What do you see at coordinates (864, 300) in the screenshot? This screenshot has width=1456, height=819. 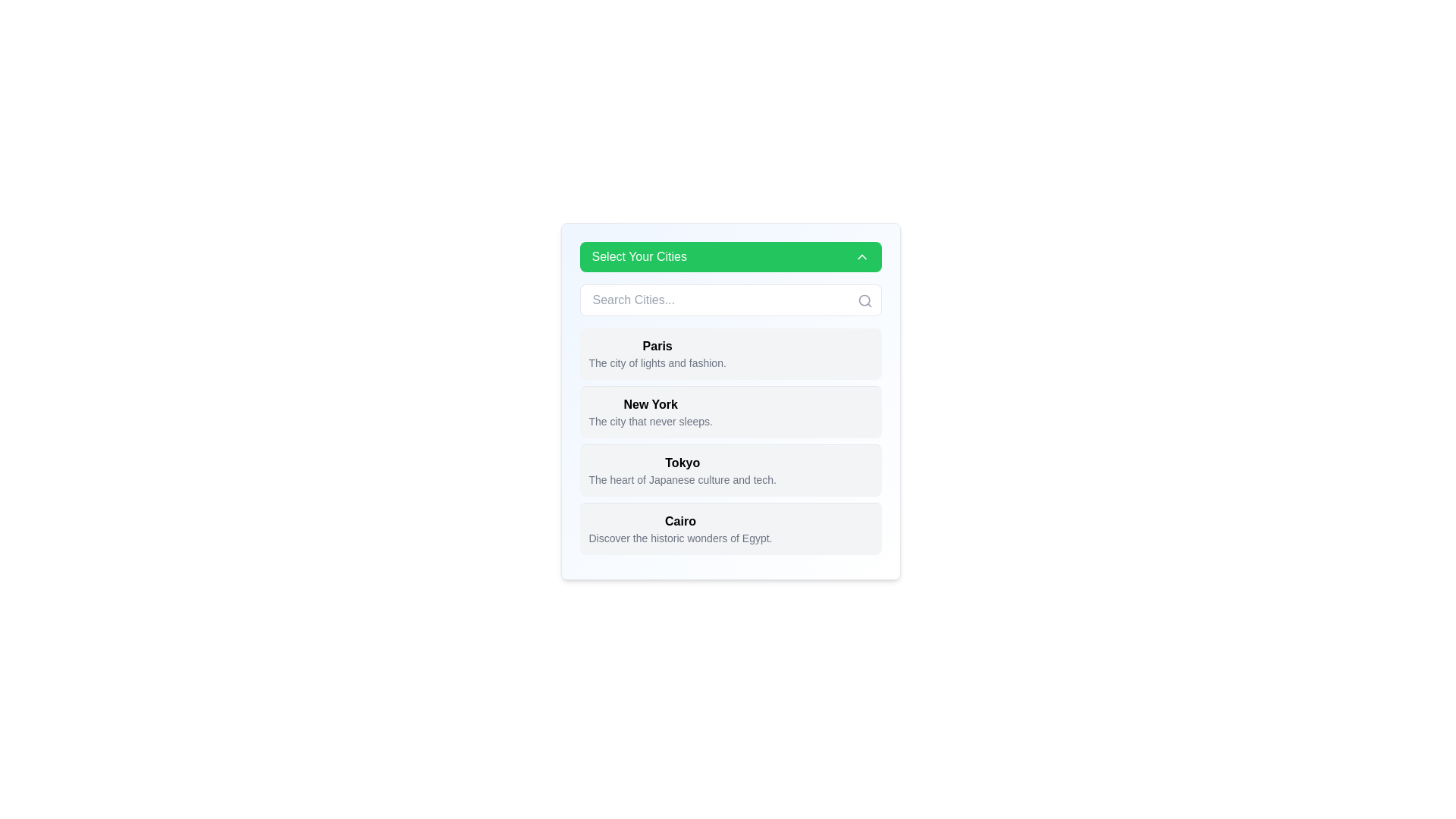 I see `the circular component of the magnifying glass icon located in the top-right corner of the search bar` at bounding box center [864, 300].